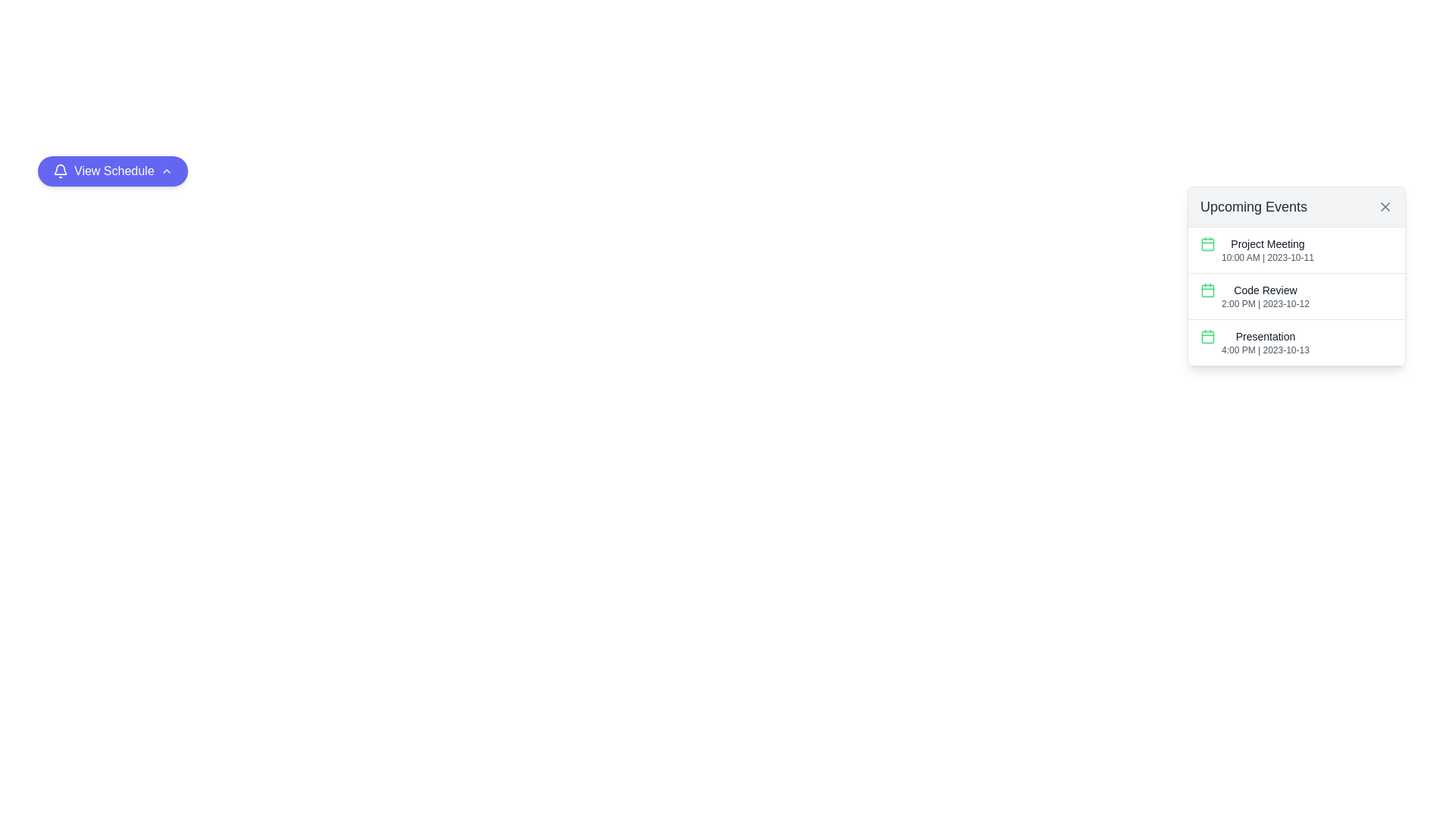  What do you see at coordinates (1267, 243) in the screenshot?
I see `the text display element that shows the title 'Project Meeting', located in the top-right section of the interface within the 'Upcoming Events' card` at bounding box center [1267, 243].